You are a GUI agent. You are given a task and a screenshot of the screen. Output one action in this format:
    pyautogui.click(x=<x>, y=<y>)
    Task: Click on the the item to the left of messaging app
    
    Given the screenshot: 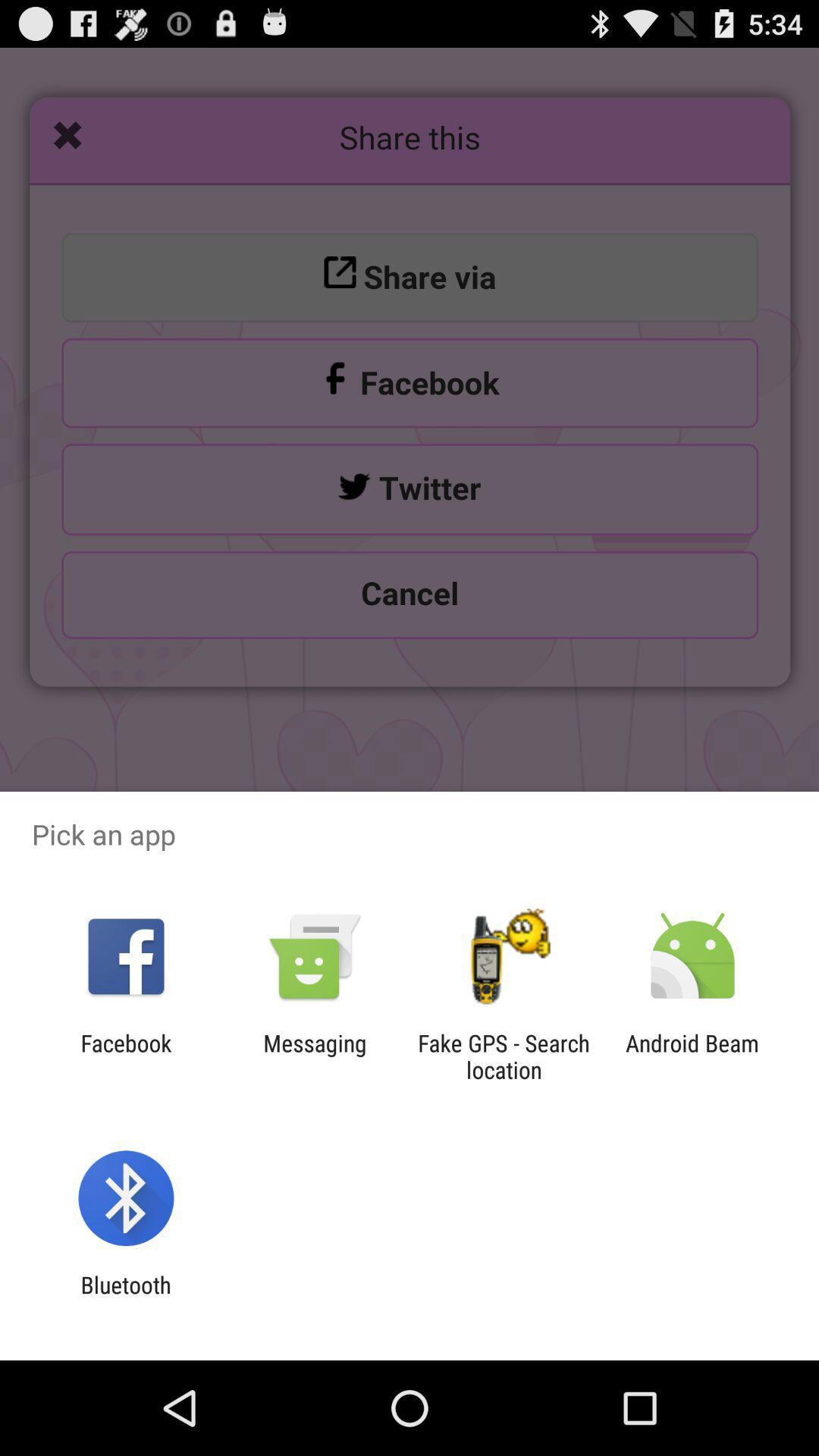 What is the action you would take?
    pyautogui.click(x=125, y=1056)
    